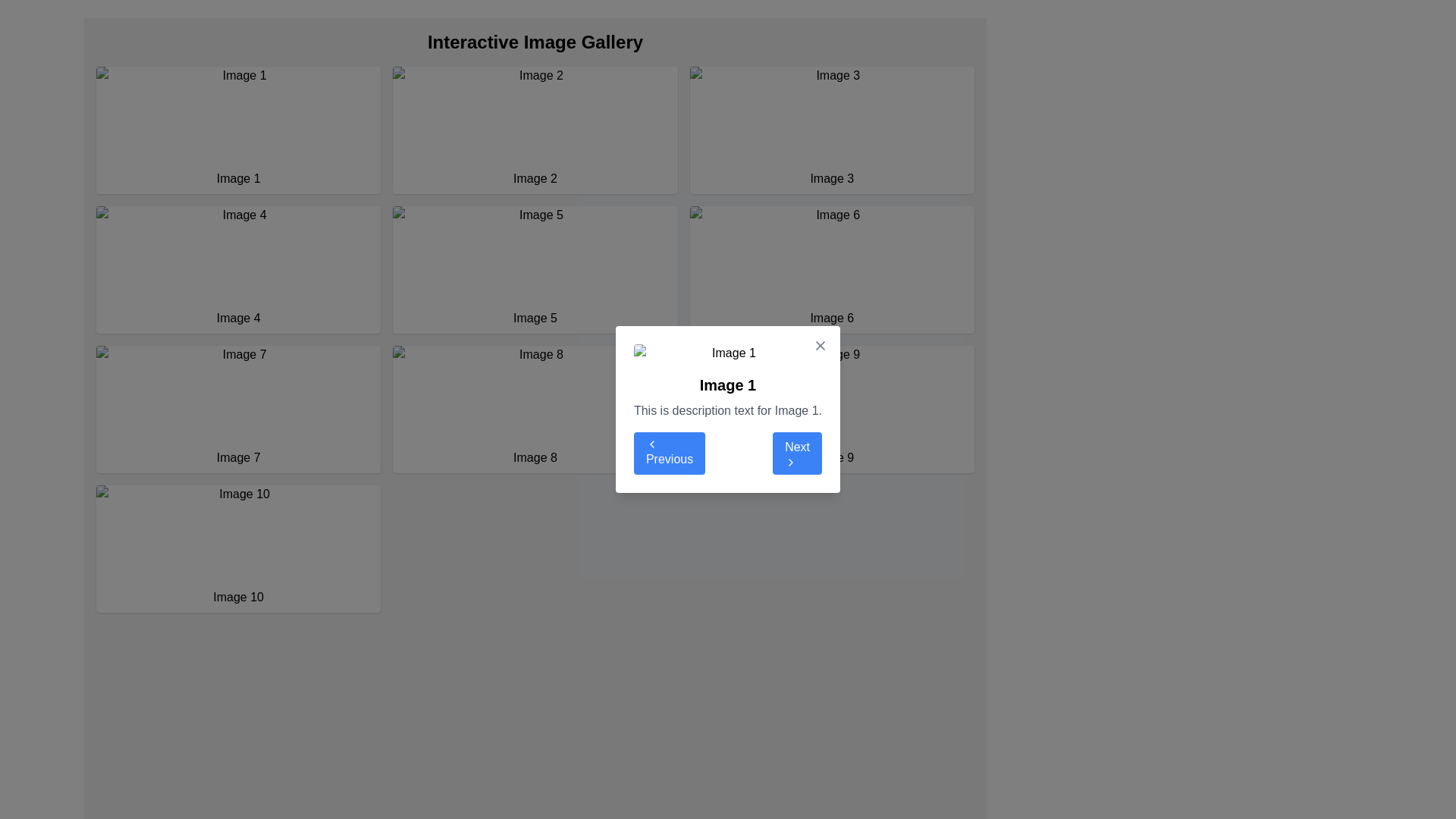 This screenshot has height=819, width=1456. I want to click on the eighth clickable card in the grid layout for accessibility by moving the cursor to its center, so click(535, 409).